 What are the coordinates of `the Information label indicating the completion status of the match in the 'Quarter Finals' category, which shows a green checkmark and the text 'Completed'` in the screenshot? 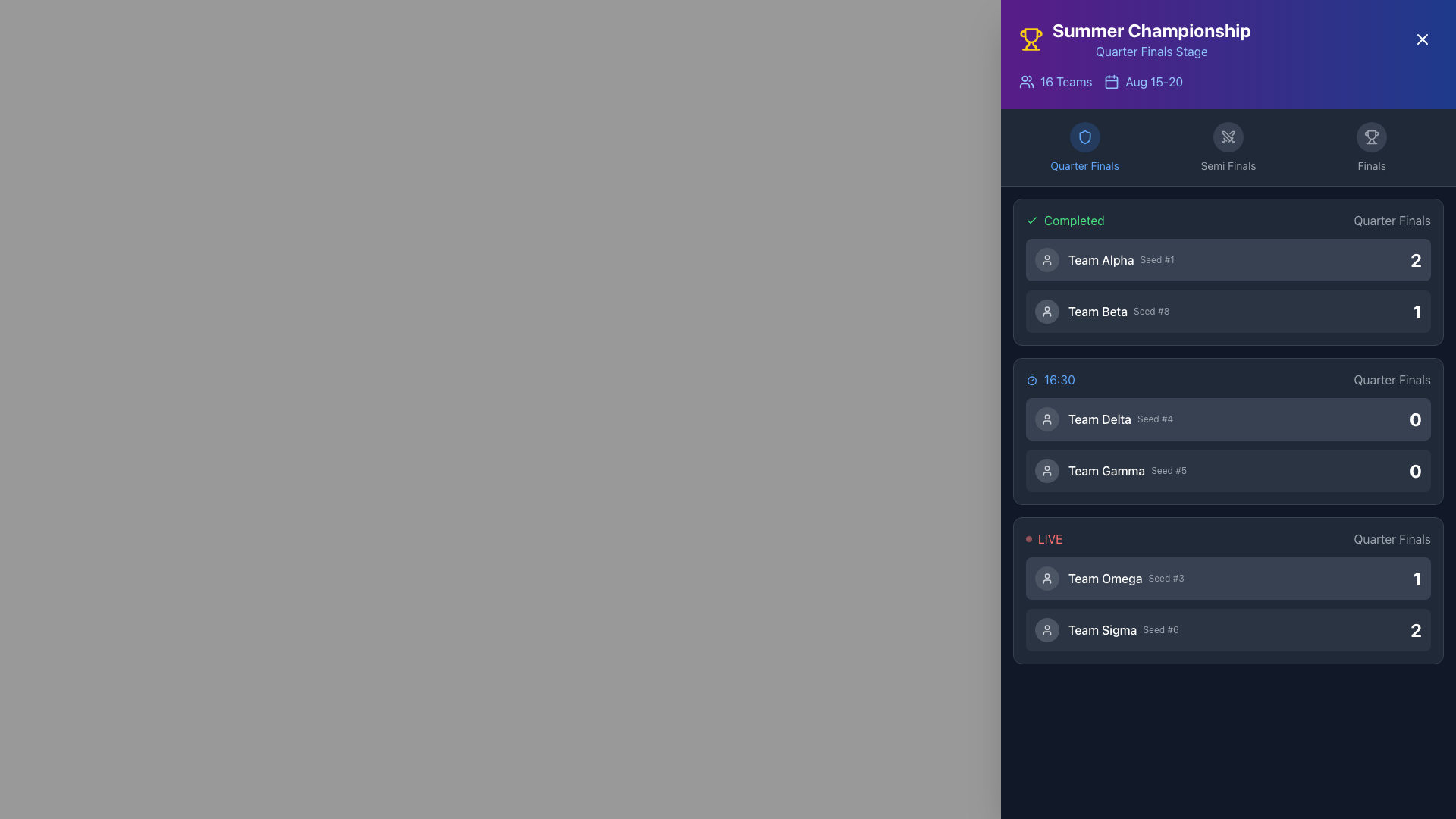 It's located at (1228, 220).